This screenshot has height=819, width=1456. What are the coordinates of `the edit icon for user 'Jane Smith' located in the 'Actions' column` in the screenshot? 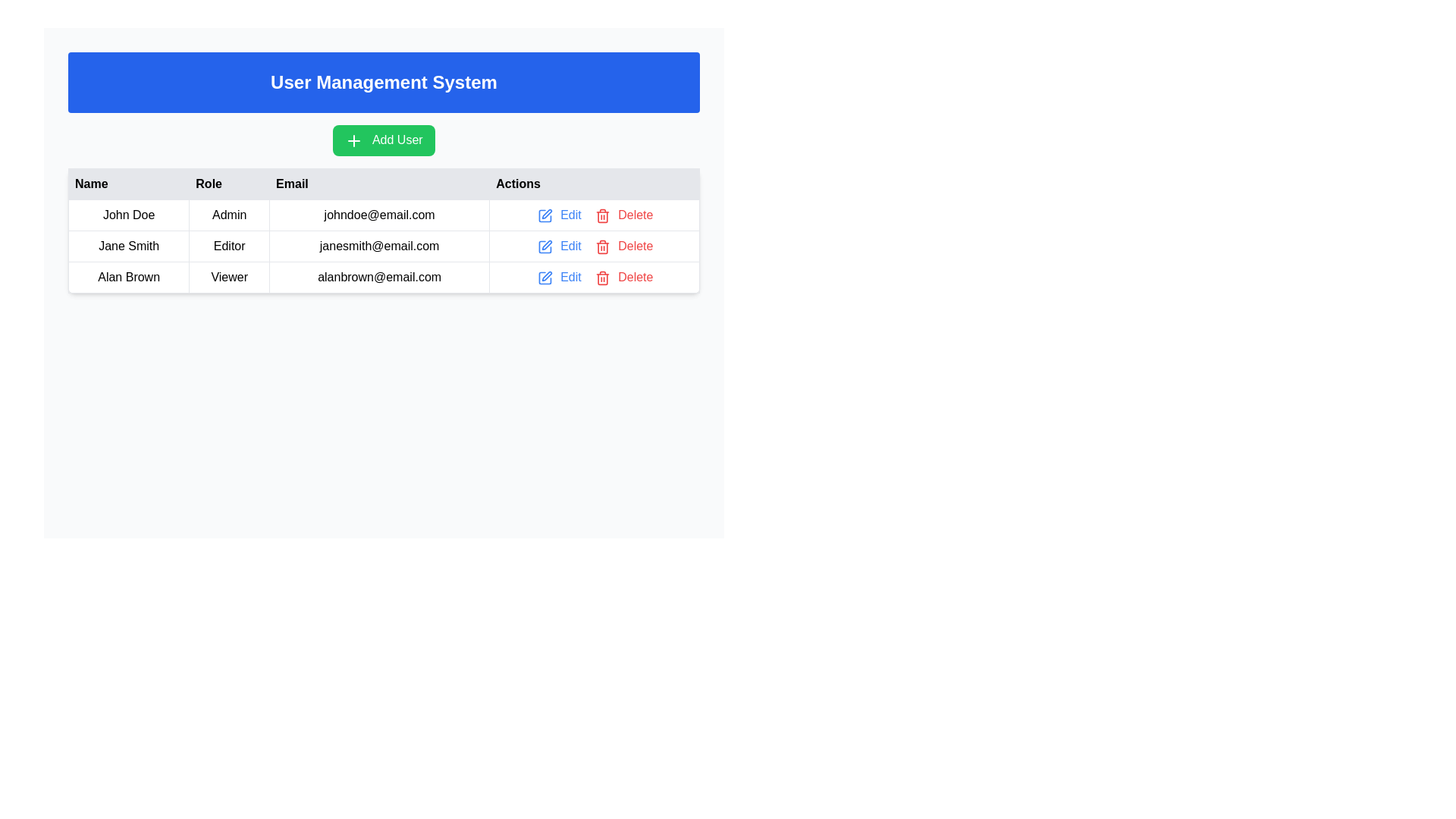 It's located at (546, 213).